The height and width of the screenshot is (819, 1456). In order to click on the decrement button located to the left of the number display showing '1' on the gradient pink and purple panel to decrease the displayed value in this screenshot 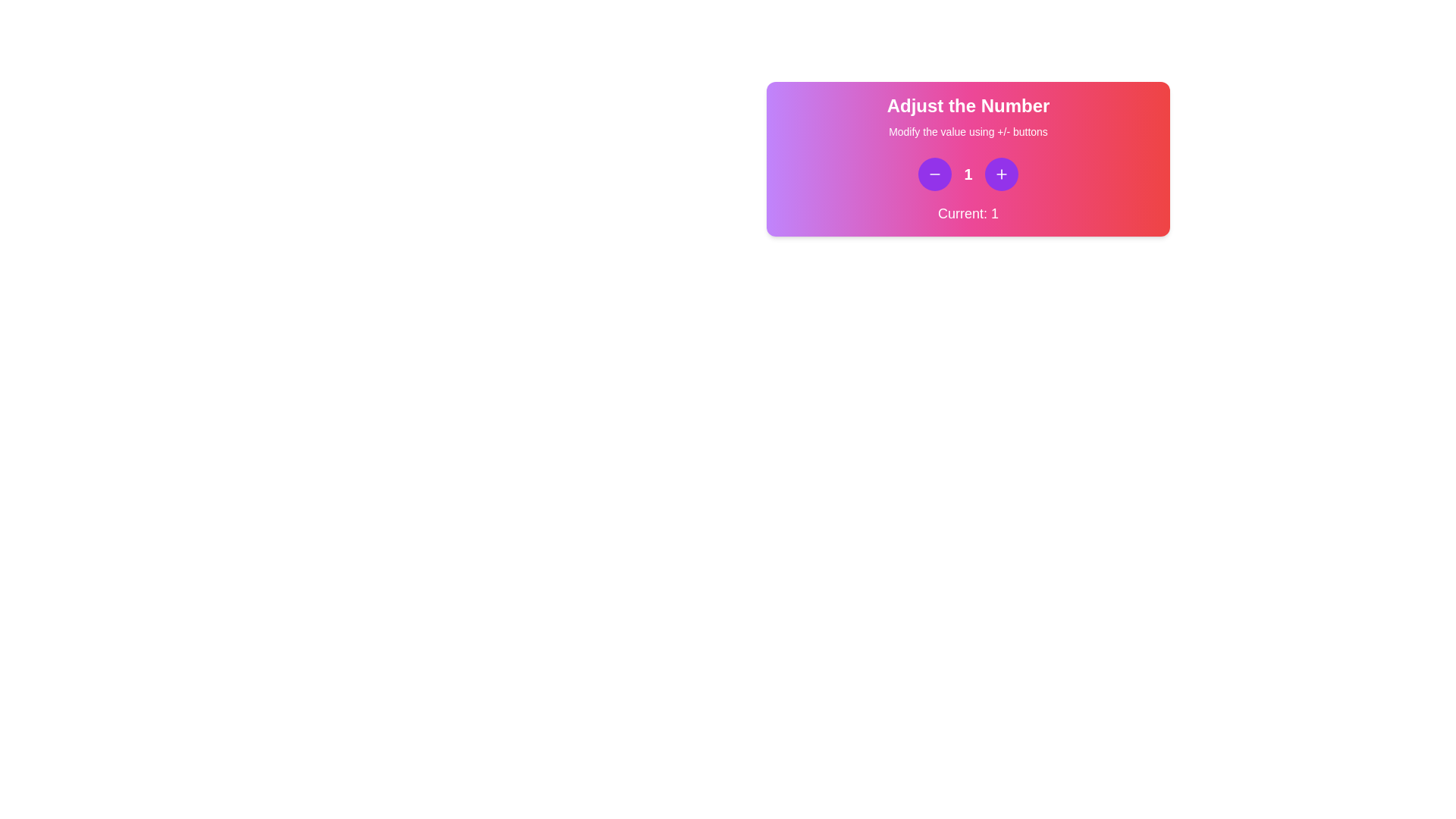, I will do `click(934, 174)`.